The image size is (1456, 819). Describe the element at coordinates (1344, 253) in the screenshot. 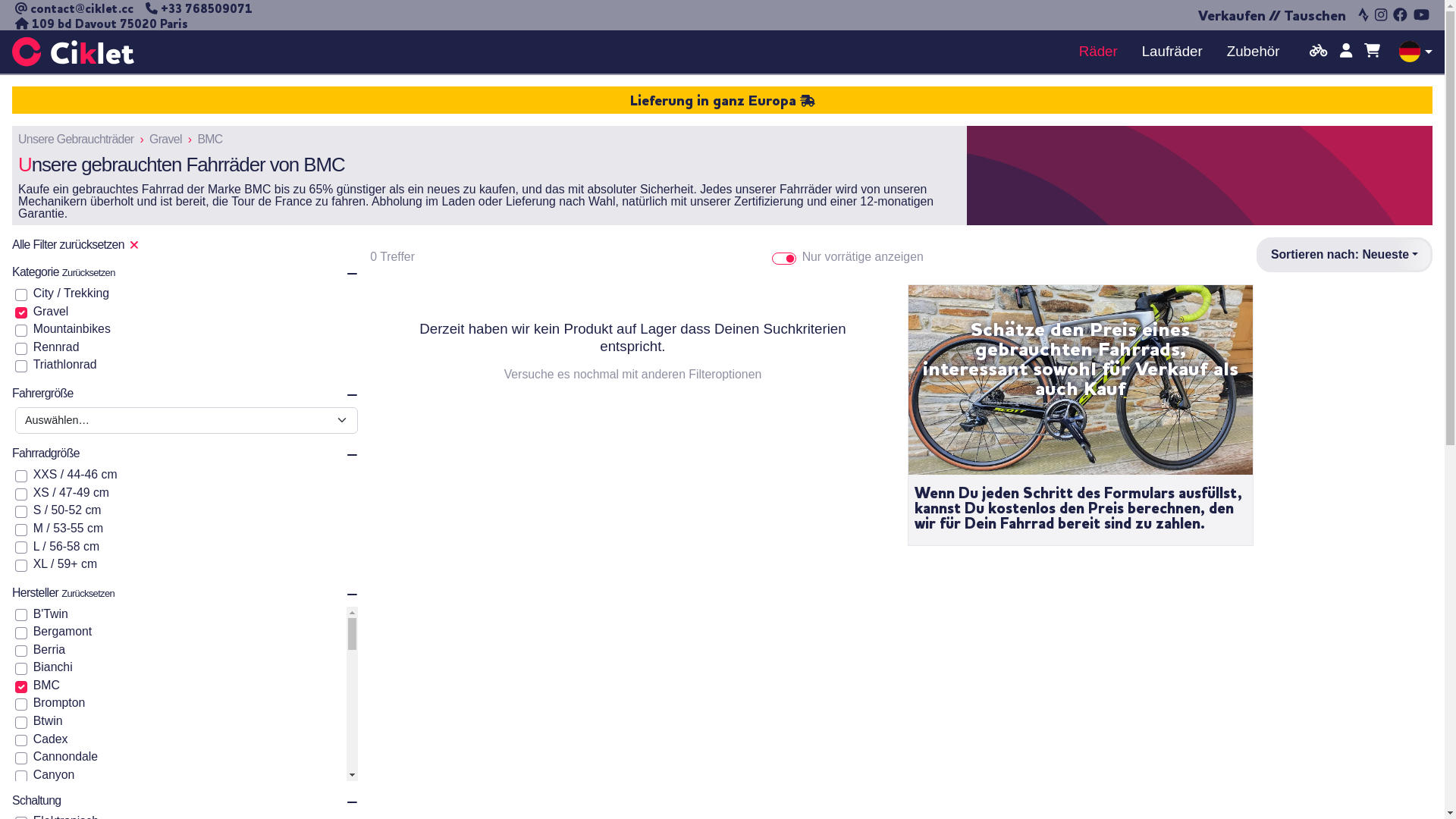

I see `'Sortieren nach: Neueste'` at that location.